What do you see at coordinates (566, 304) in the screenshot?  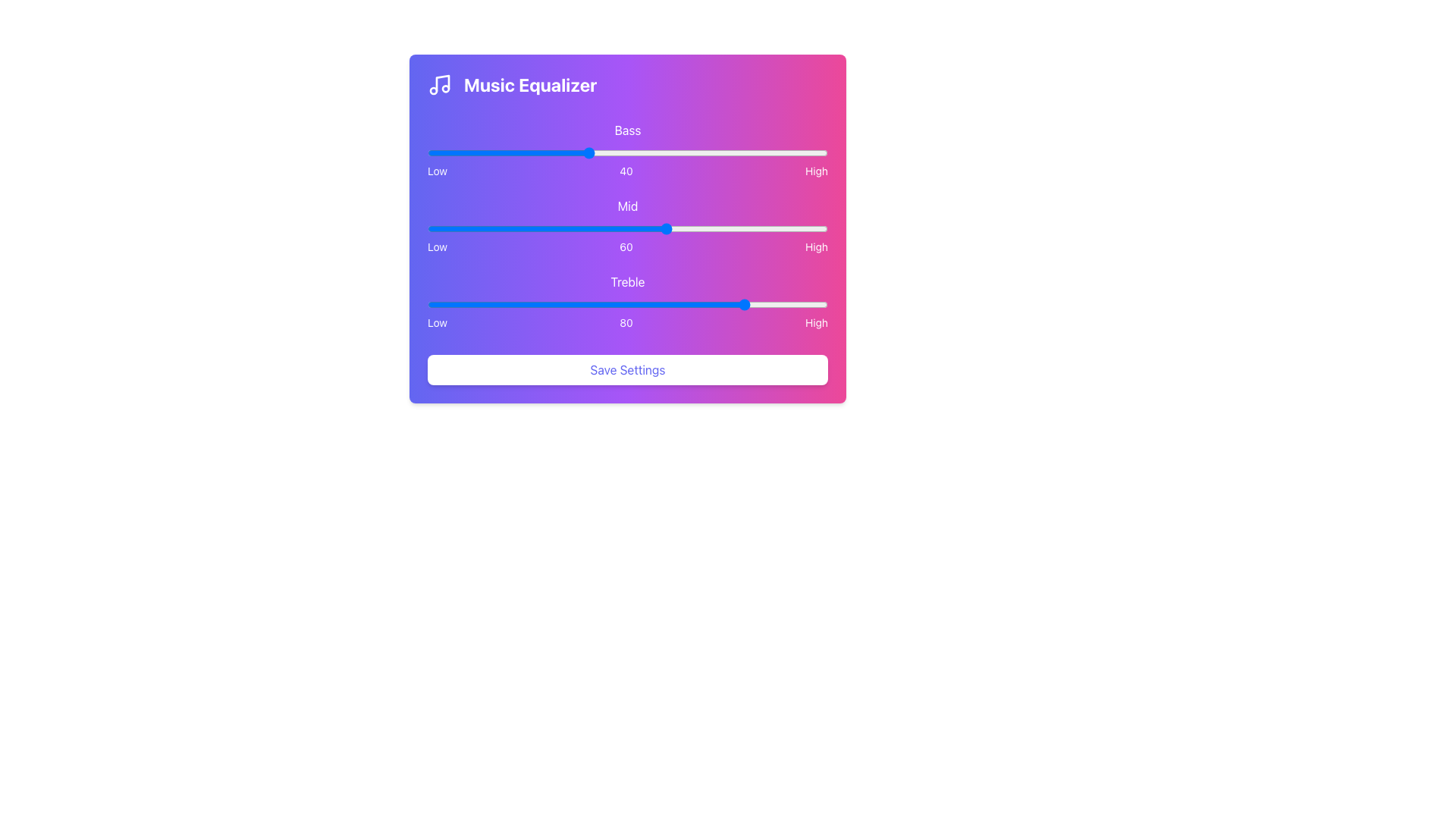 I see `the treble level` at bounding box center [566, 304].